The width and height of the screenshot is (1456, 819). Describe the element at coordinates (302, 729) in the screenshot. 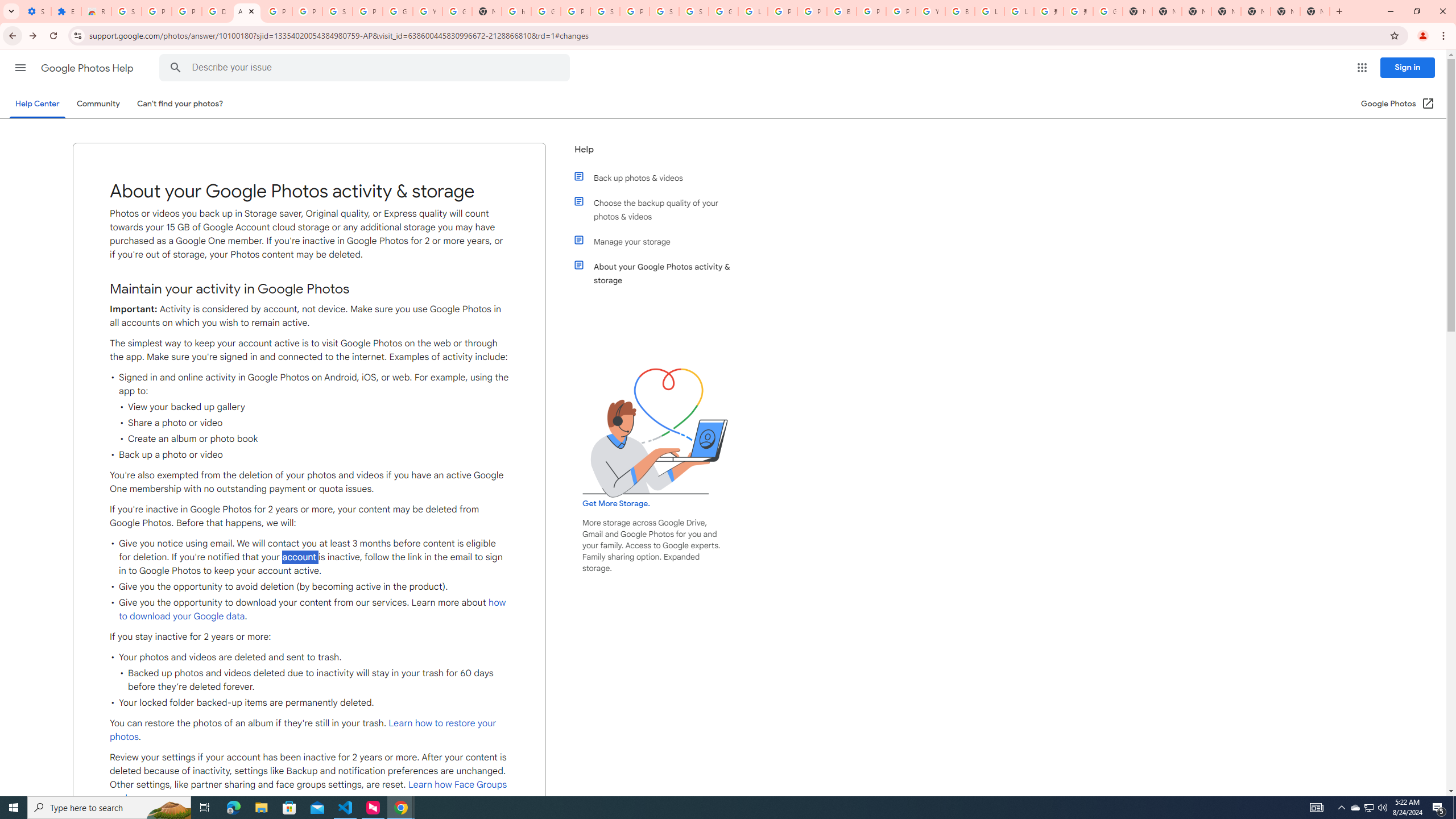

I see `'Learn how to restore your photos'` at that location.